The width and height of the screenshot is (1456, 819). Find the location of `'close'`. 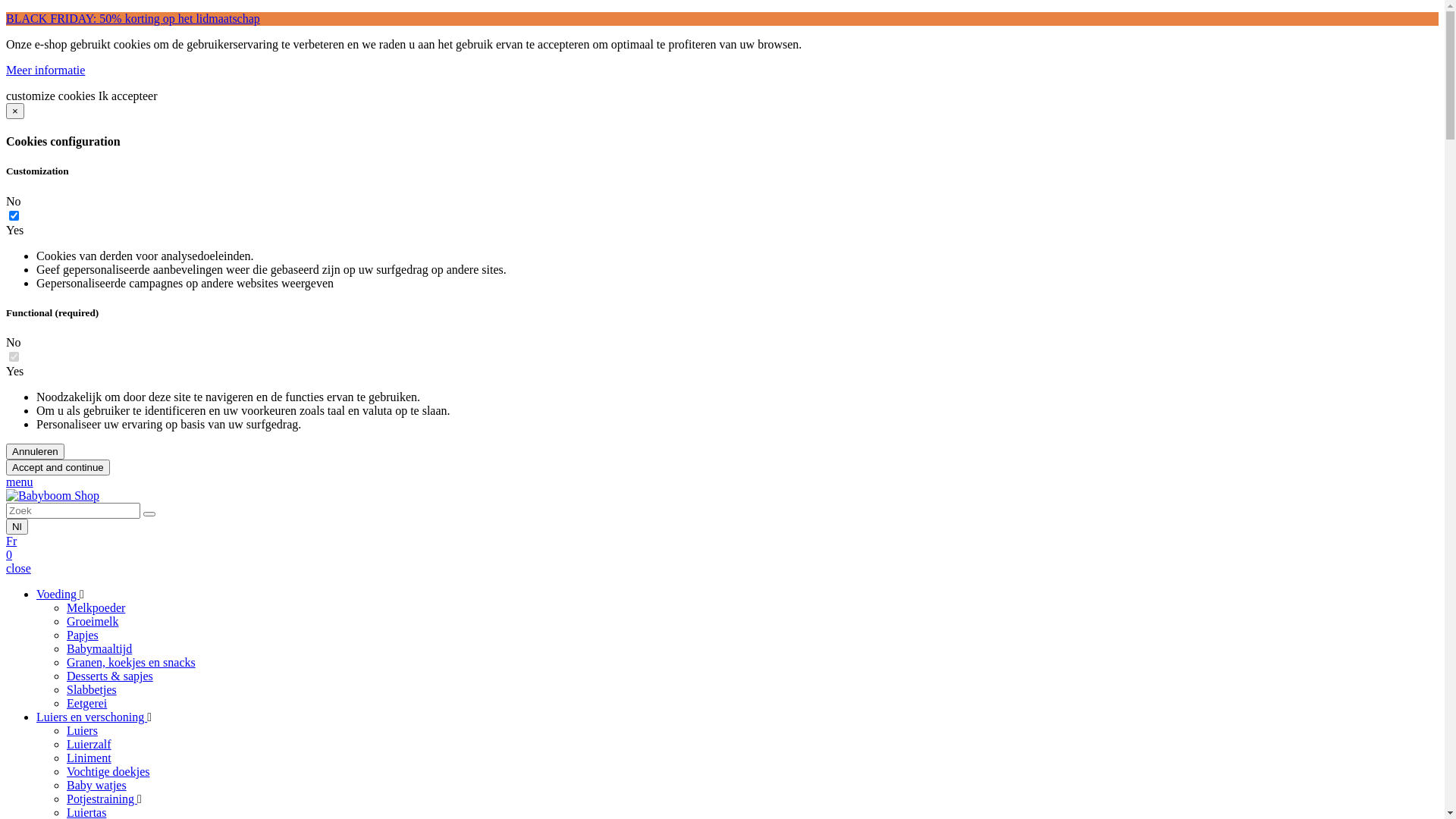

'close' is located at coordinates (18, 568).